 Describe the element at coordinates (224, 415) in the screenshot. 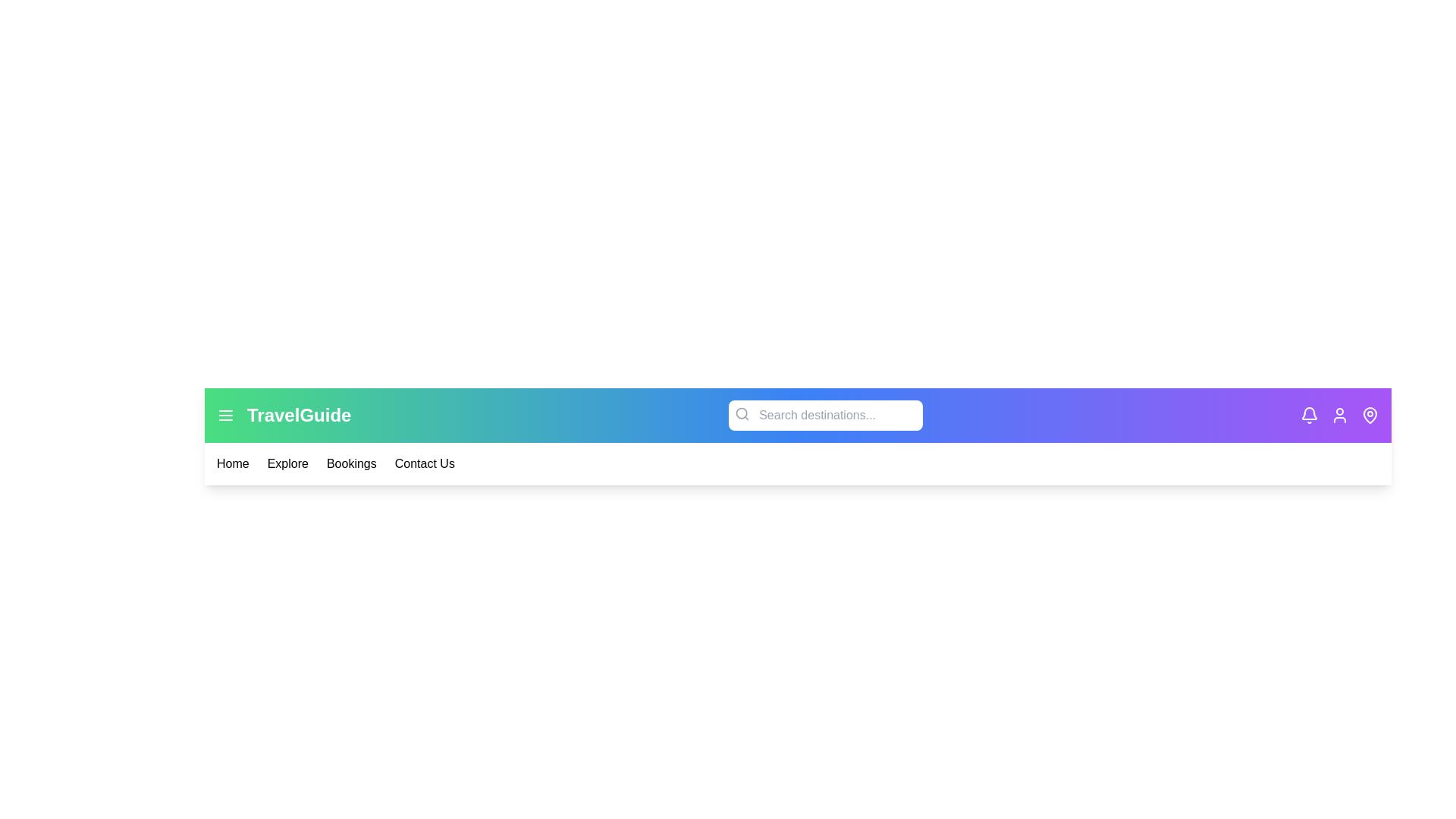

I see `the menu icon to toggle the menu visibility` at that location.